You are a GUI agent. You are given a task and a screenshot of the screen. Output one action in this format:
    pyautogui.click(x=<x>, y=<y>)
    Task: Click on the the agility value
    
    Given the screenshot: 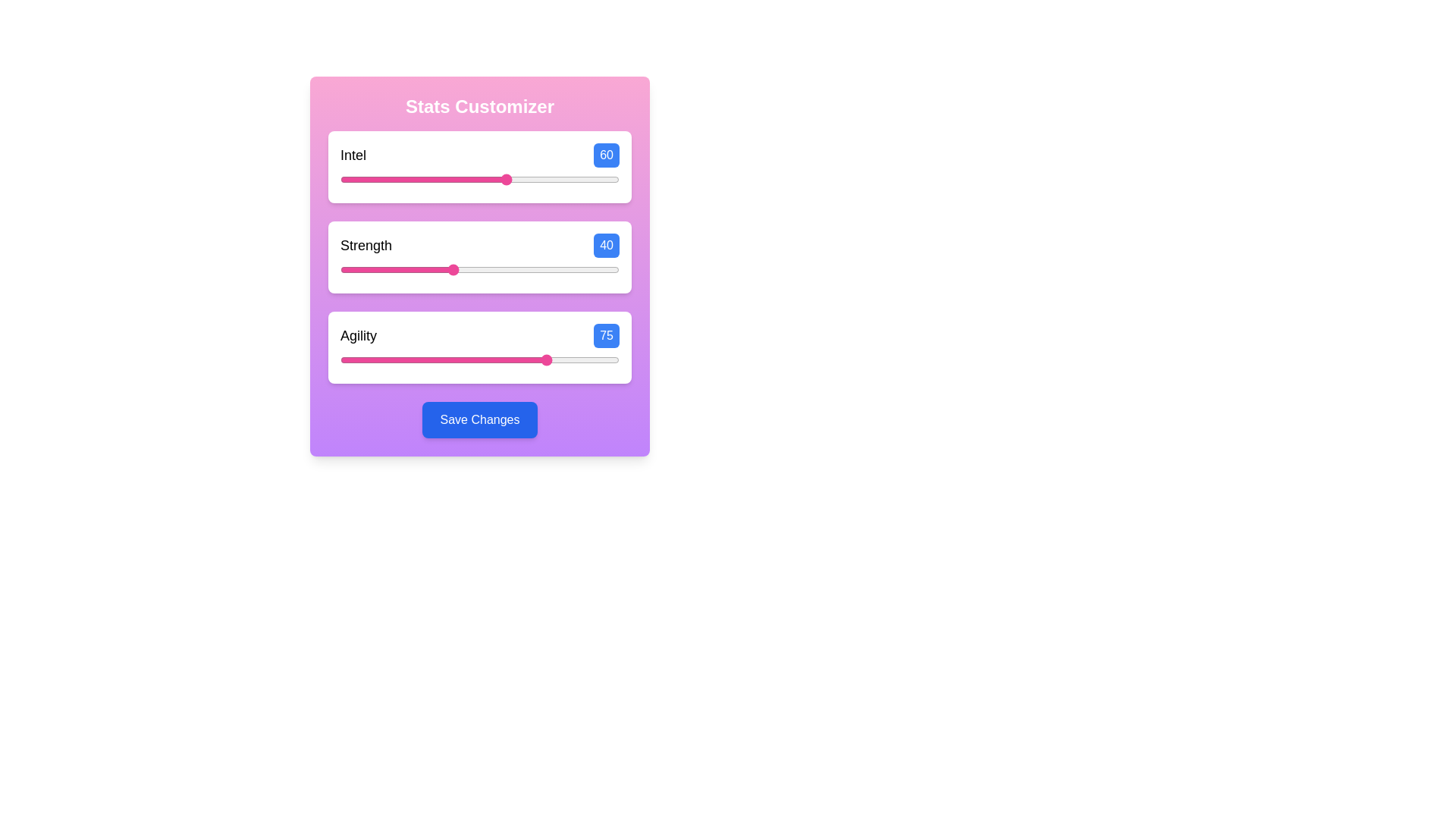 What is the action you would take?
    pyautogui.click(x=382, y=359)
    